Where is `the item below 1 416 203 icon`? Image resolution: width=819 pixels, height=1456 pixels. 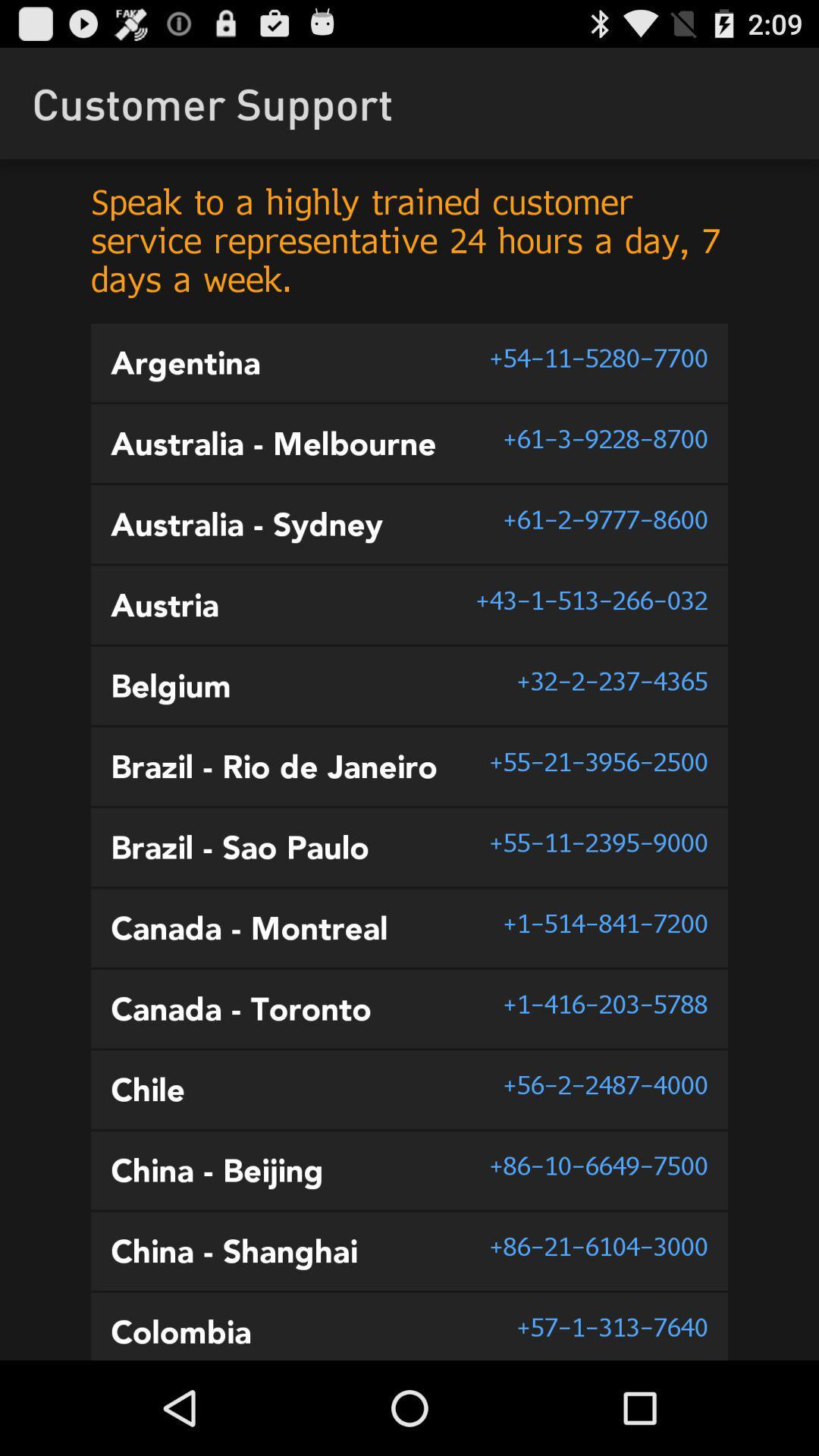
the item below 1 416 203 icon is located at coordinates (604, 1084).